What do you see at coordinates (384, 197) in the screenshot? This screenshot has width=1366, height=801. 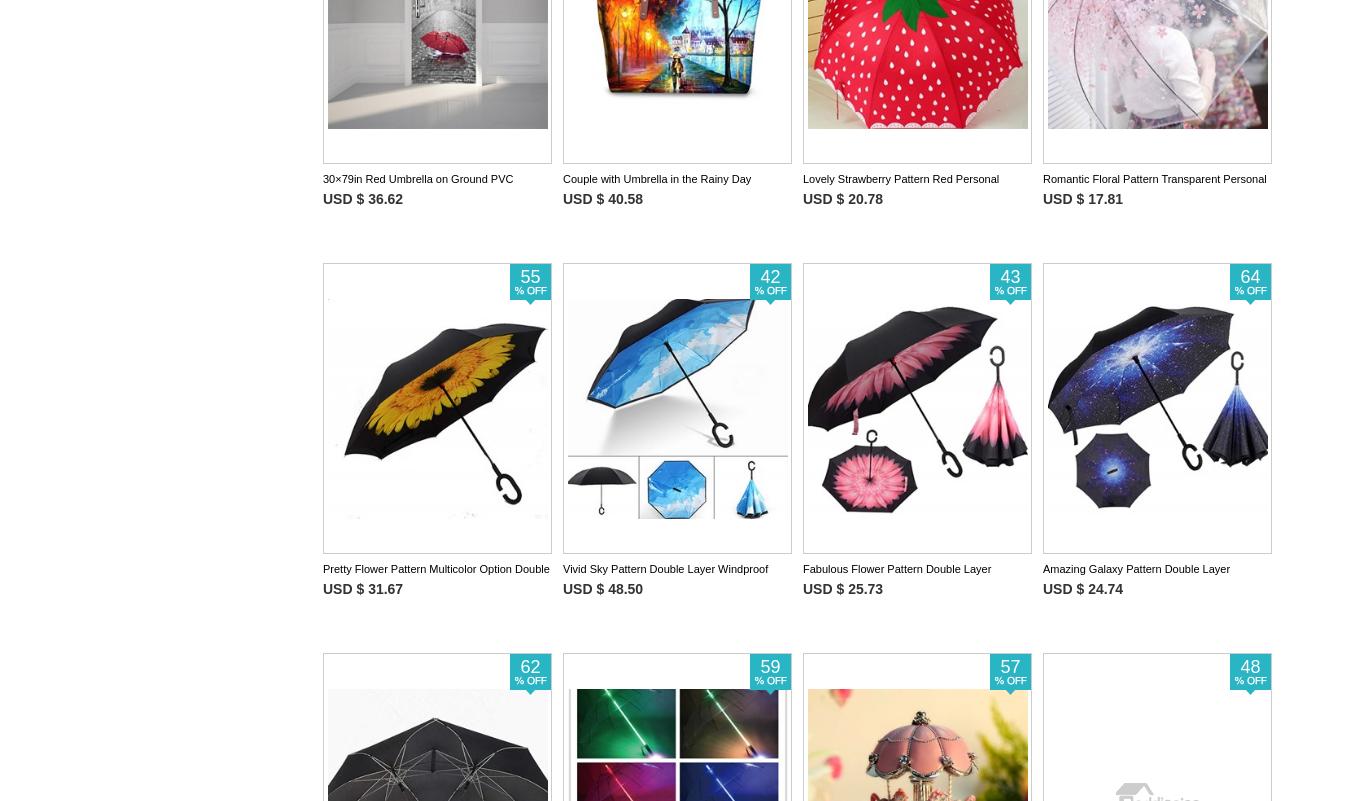 I see `'36.62'` at bounding box center [384, 197].